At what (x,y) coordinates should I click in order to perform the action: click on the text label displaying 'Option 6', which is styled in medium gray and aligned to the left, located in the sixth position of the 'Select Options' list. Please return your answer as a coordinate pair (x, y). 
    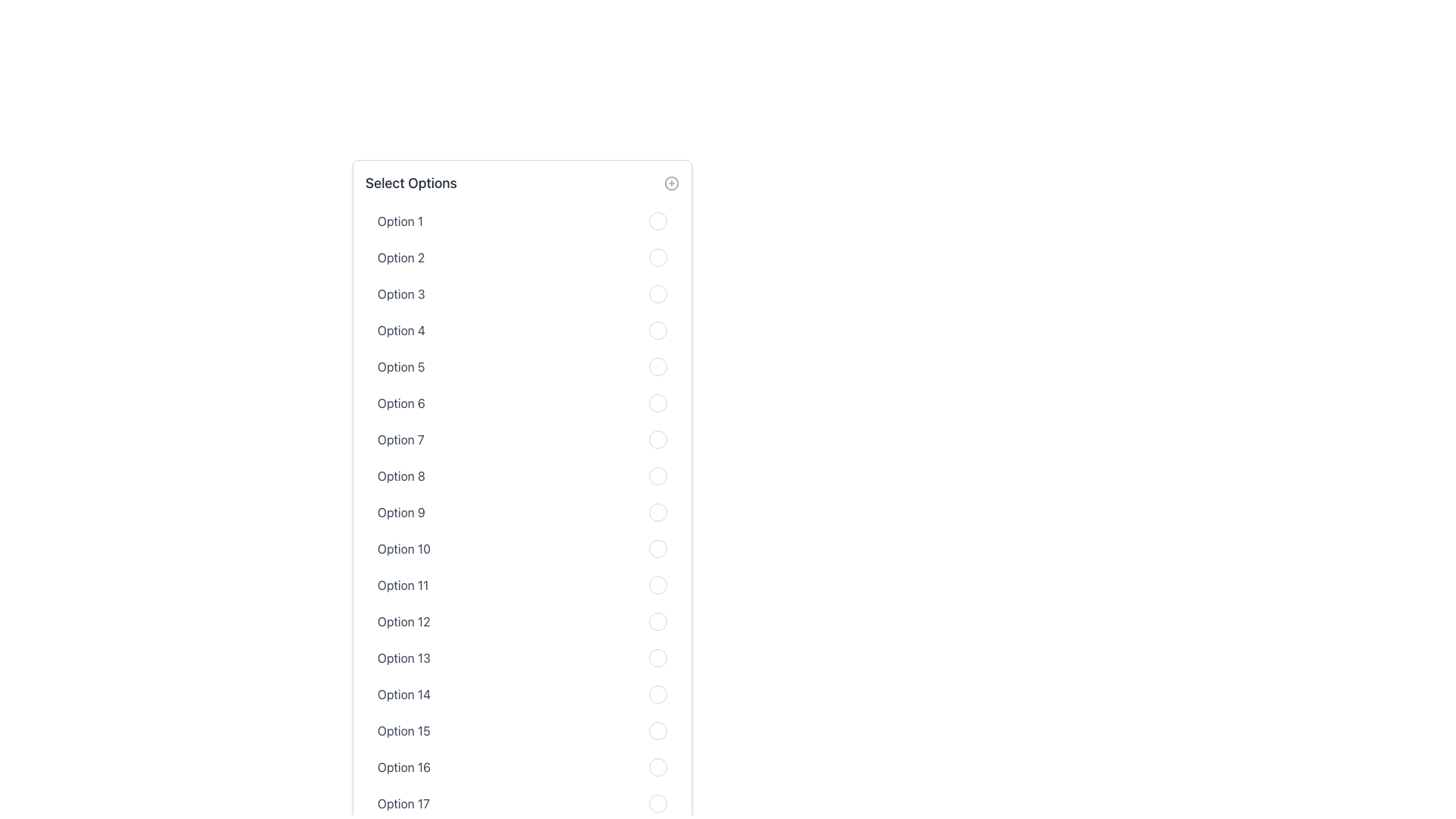
    Looking at the image, I should click on (401, 403).